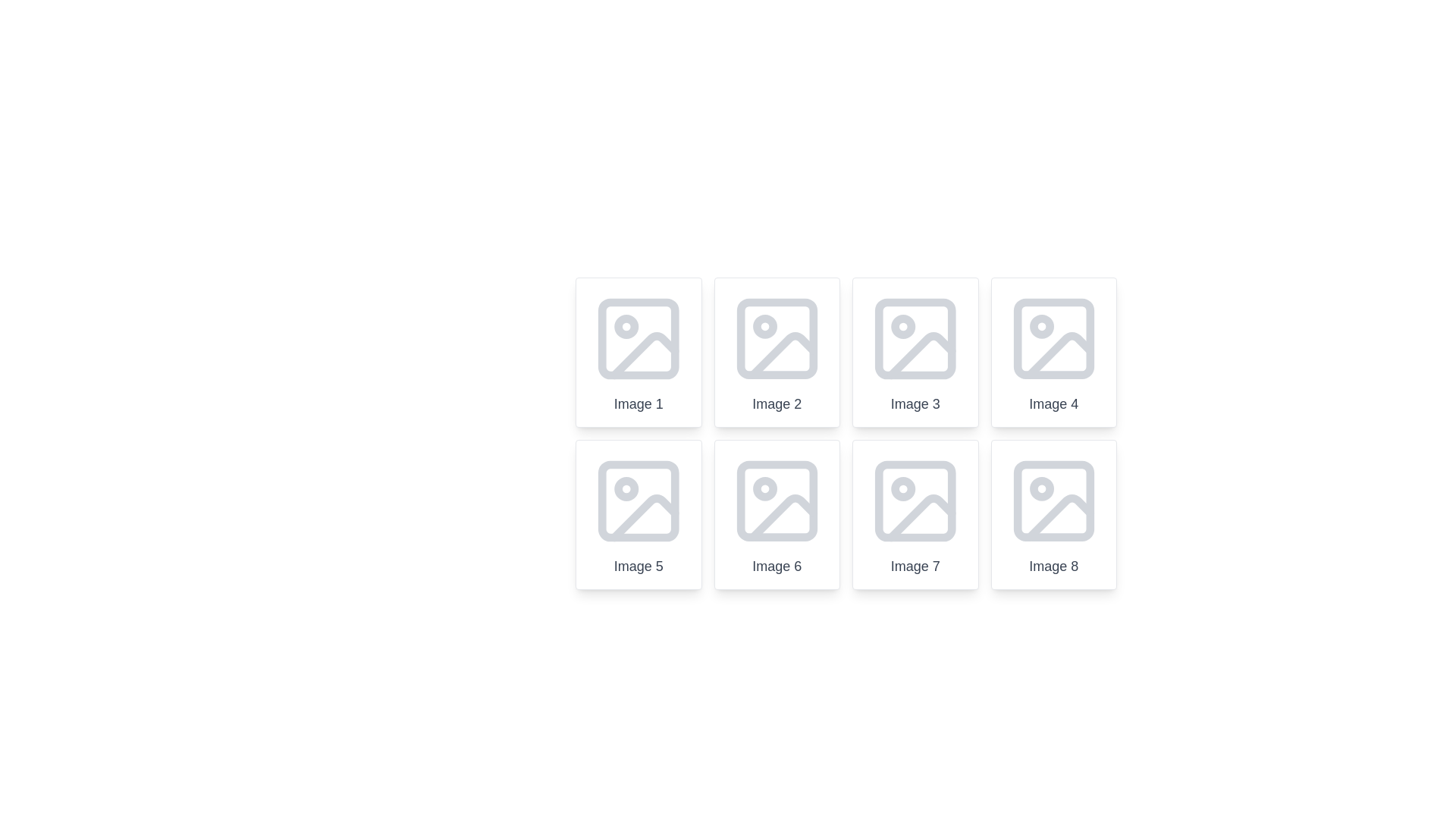 The height and width of the screenshot is (819, 1456). What do you see at coordinates (639, 338) in the screenshot?
I see `the graphical square with rounded corners located within the 'Image 1' placeholder` at bounding box center [639, 338].